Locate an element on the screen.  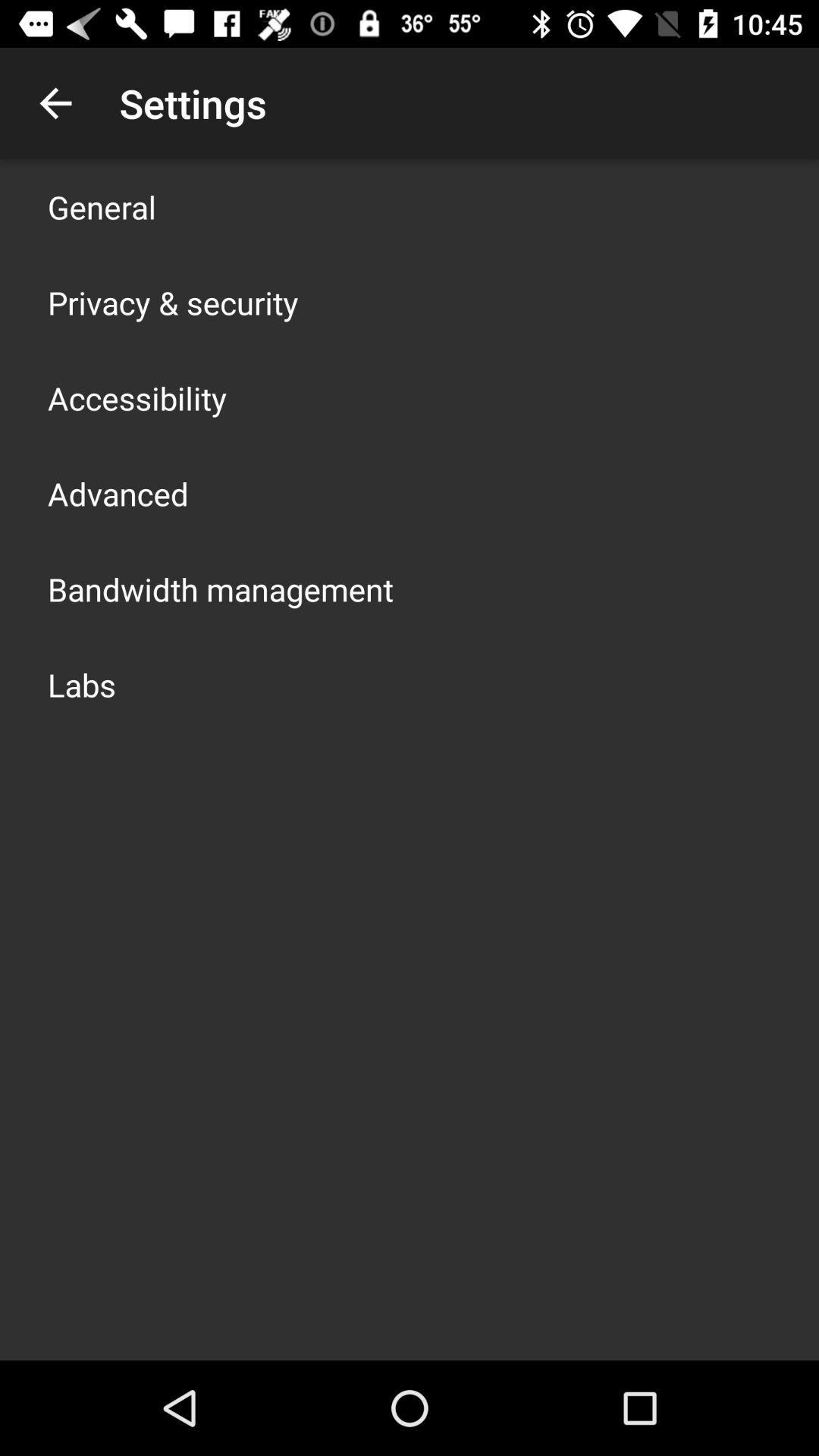
item below bandwidth management icon is located at coordinates (82, 683).